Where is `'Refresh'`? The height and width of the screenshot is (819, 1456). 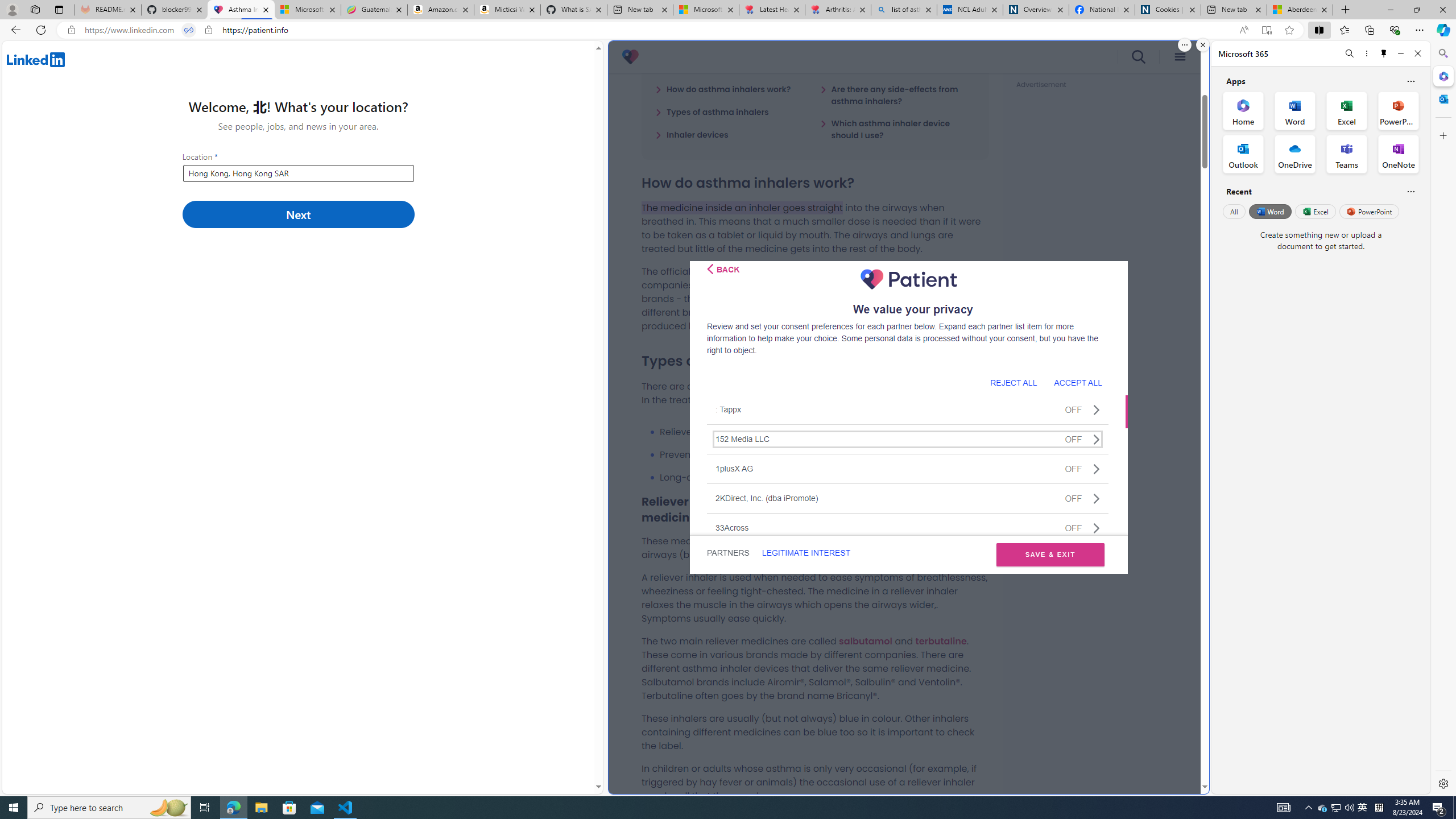 'Refresh' is located at coordinates (40, 29).